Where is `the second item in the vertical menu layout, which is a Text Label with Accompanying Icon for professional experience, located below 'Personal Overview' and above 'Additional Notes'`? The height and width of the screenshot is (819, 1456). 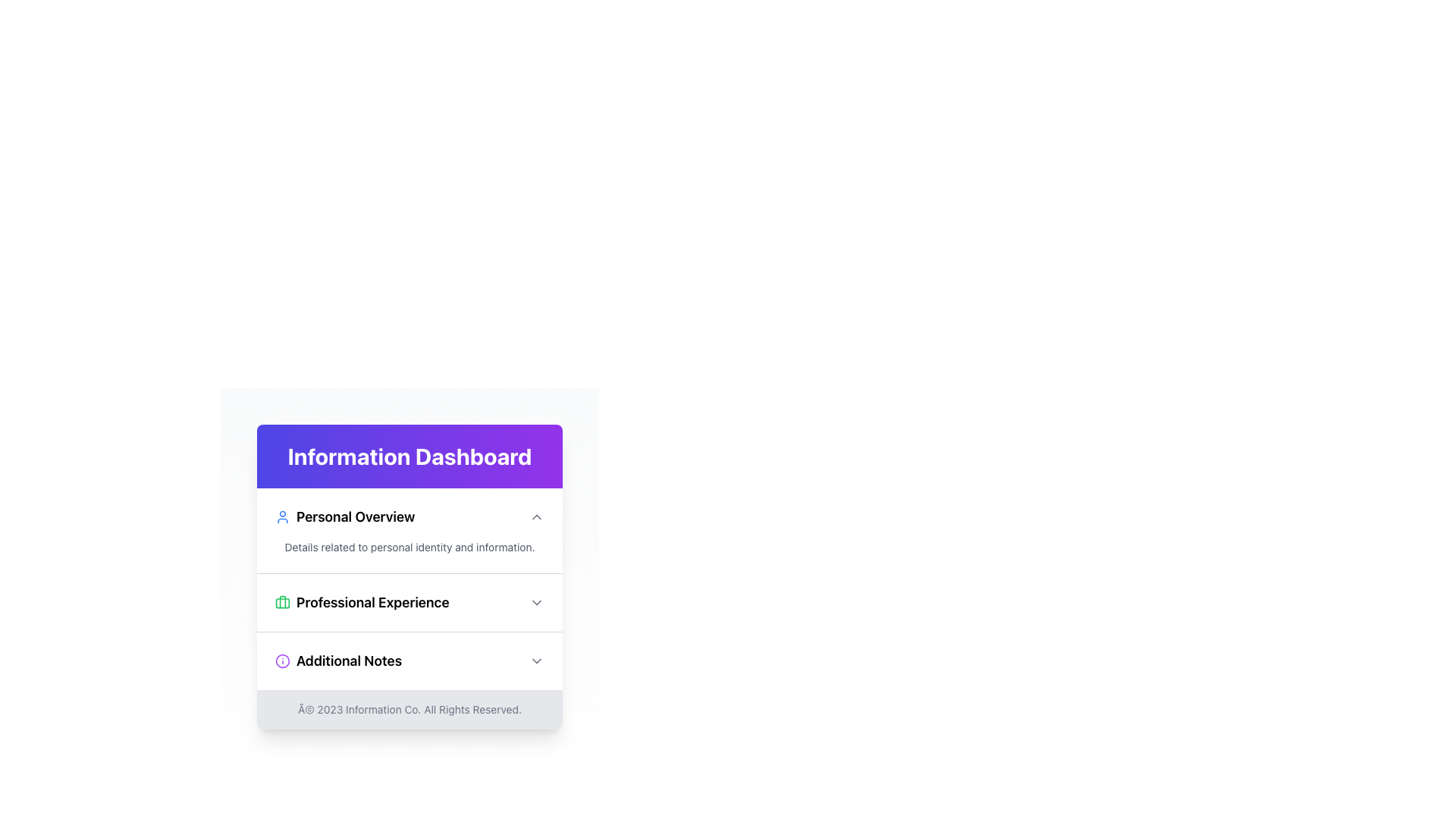 the second item in the vertical menu layout, which is a Text Label with Accompanying Icon for professional experience, located below 'Personal Overview' and above 'Additional Notes' is located at coordinates (361, 601).